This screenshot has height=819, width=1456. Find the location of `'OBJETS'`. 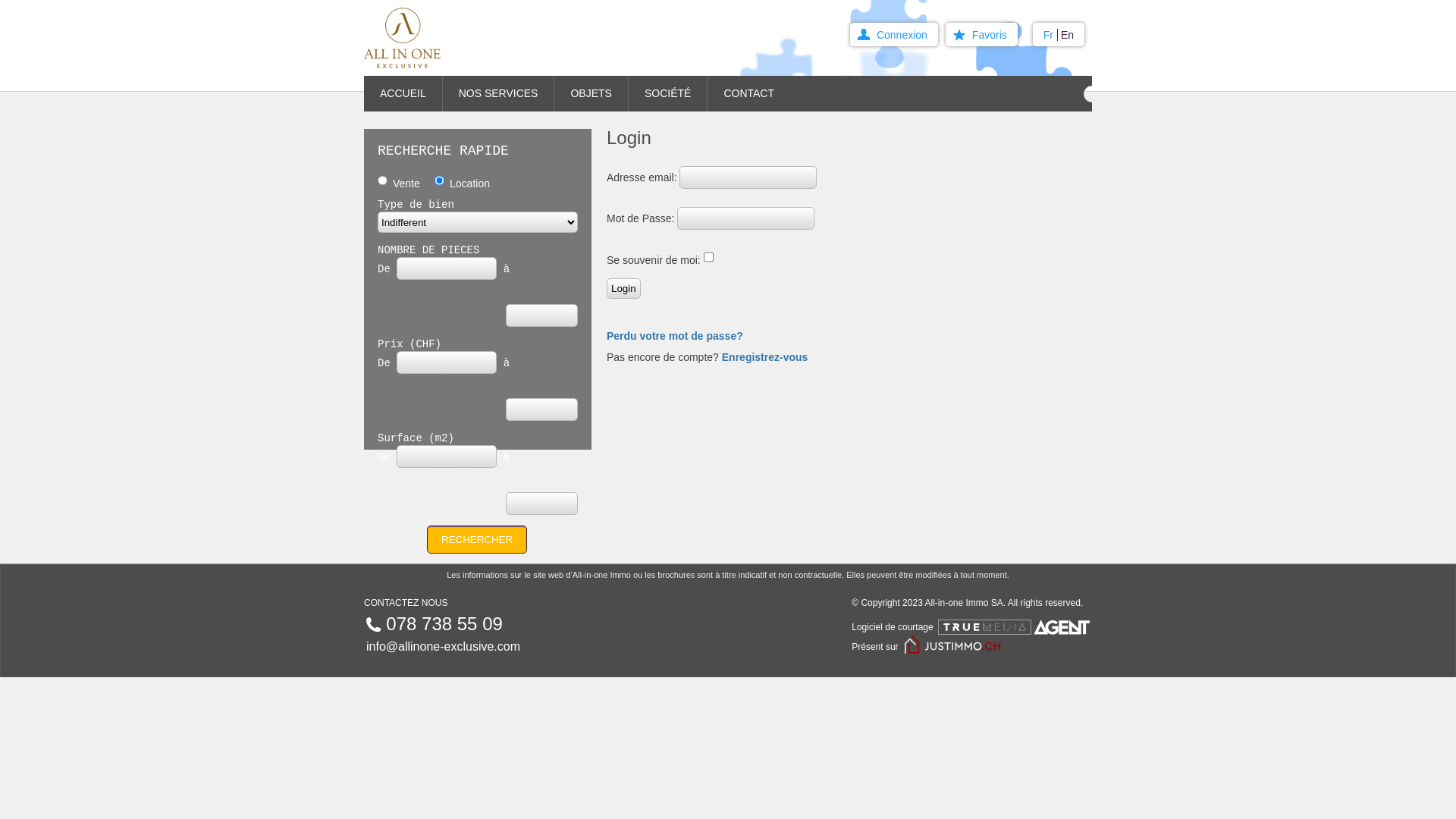

'OBJETS' is located at coordinates (553, 93).